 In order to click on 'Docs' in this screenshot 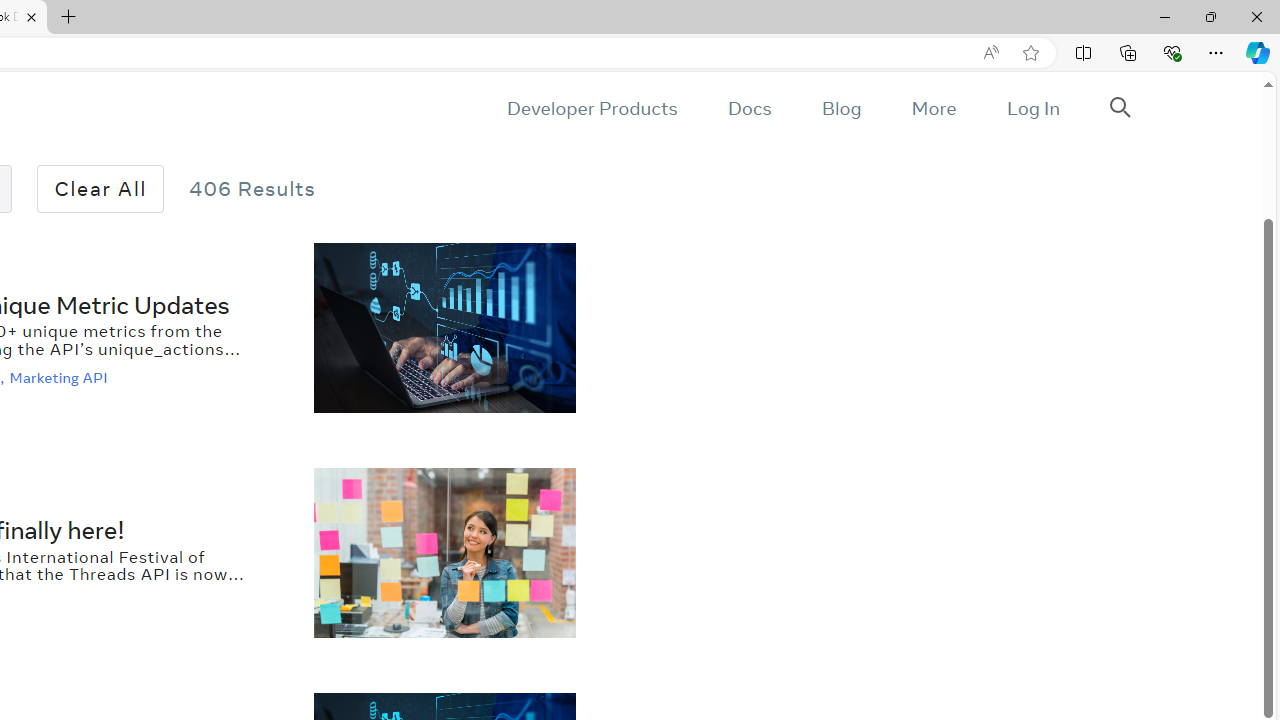, I will do `click(748, 108)`.